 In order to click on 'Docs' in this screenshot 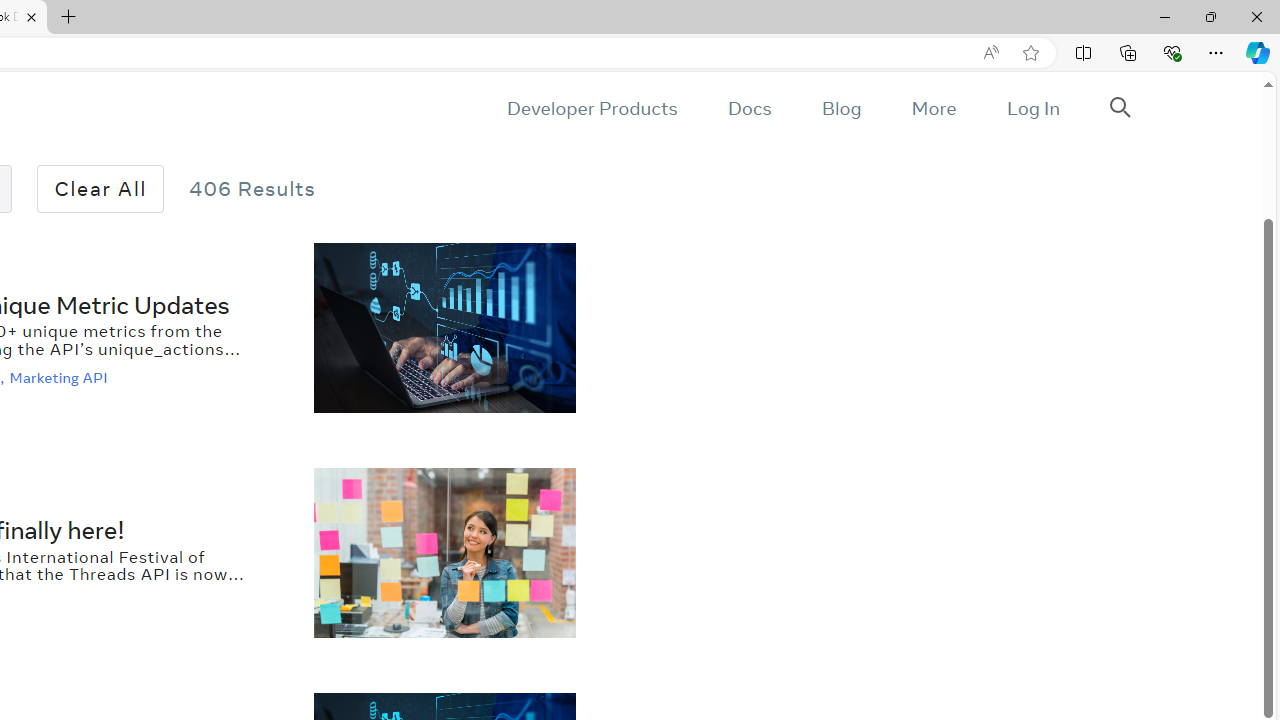, I will do `click(748, 108)`.